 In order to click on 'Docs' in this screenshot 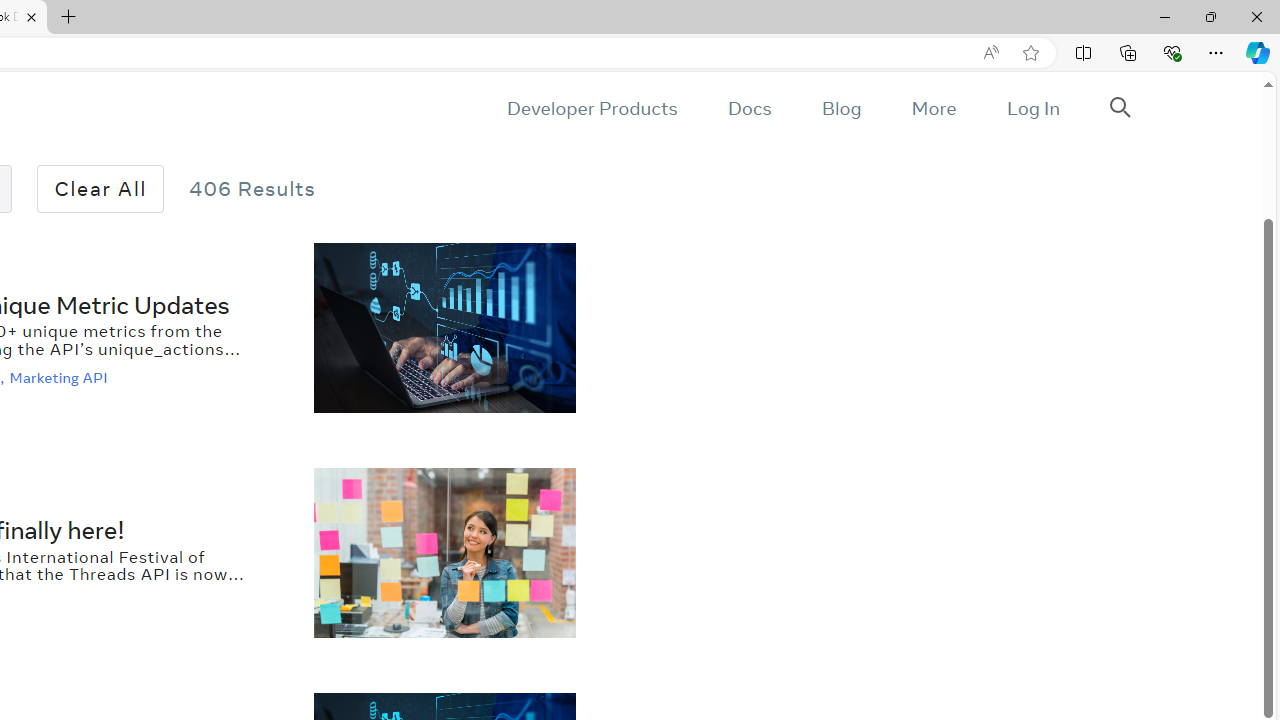, I will do `click(748, 108)`.